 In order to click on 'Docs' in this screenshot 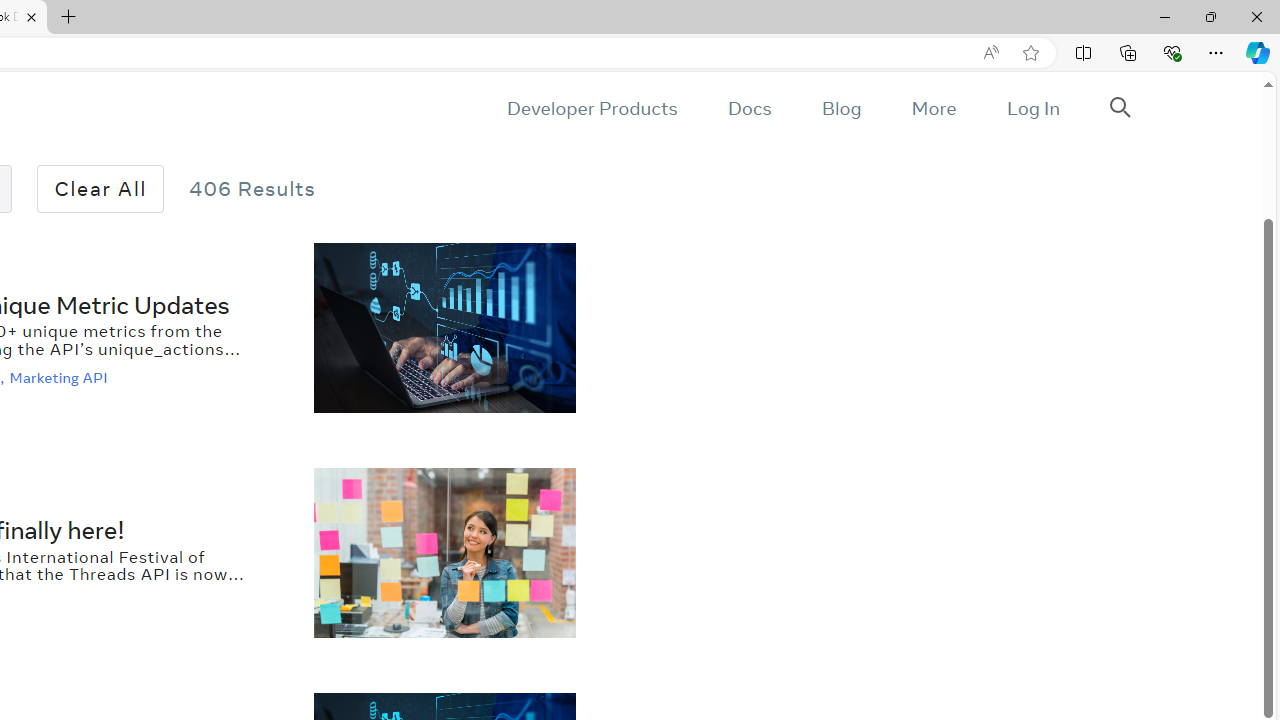, I will do `click(748, 108)`.